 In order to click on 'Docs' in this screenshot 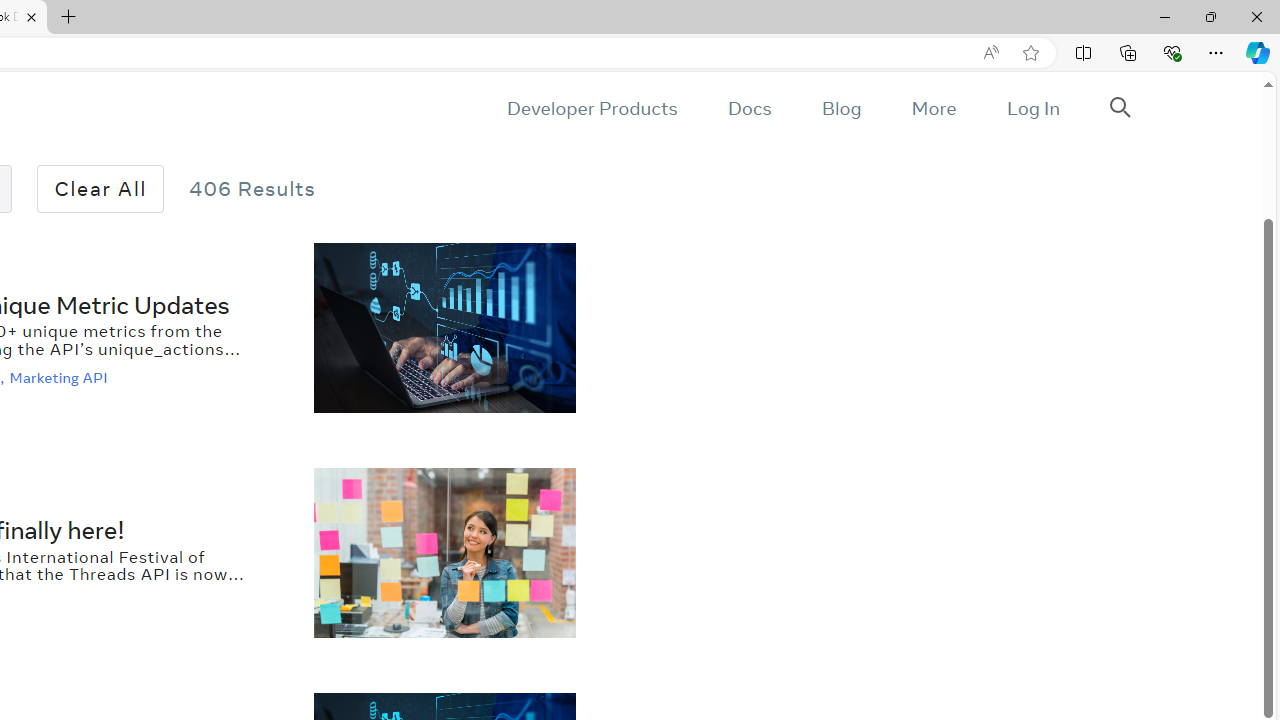, I will do `click(748, 108)`.